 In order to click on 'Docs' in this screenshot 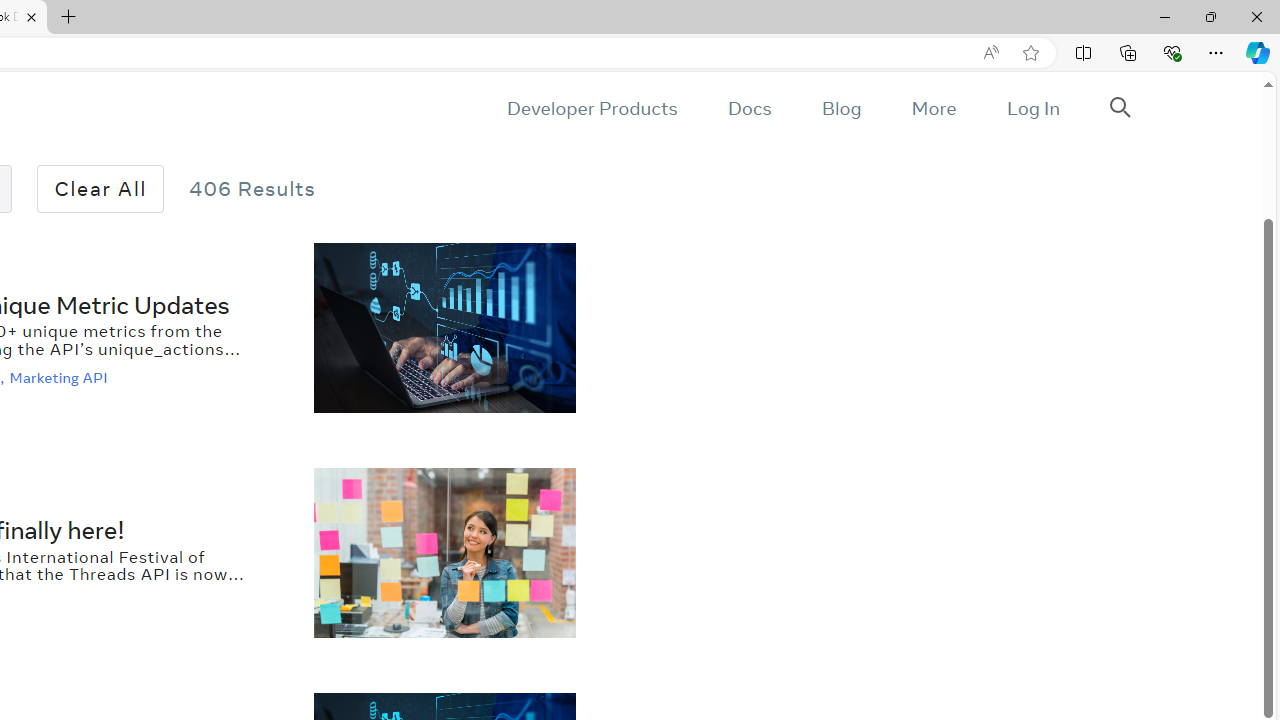, I will do `click(748, 108)`.